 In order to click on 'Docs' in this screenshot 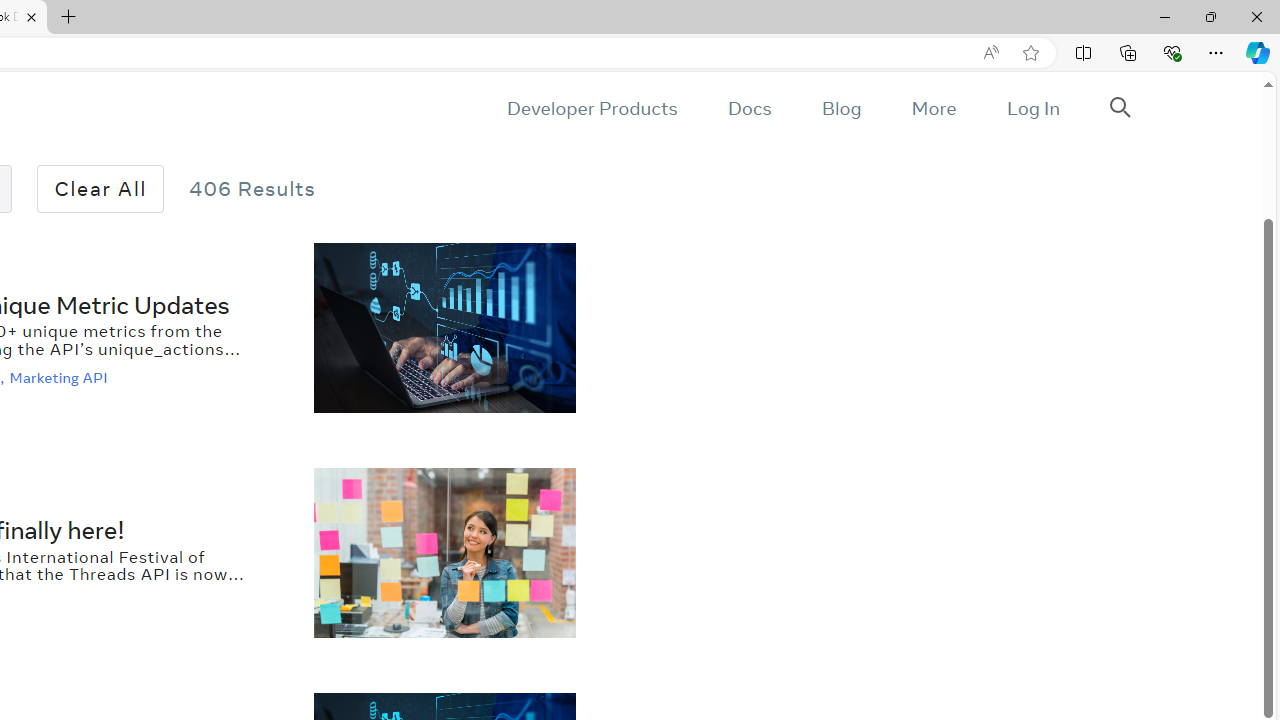, I will do `click(748, 108)`.